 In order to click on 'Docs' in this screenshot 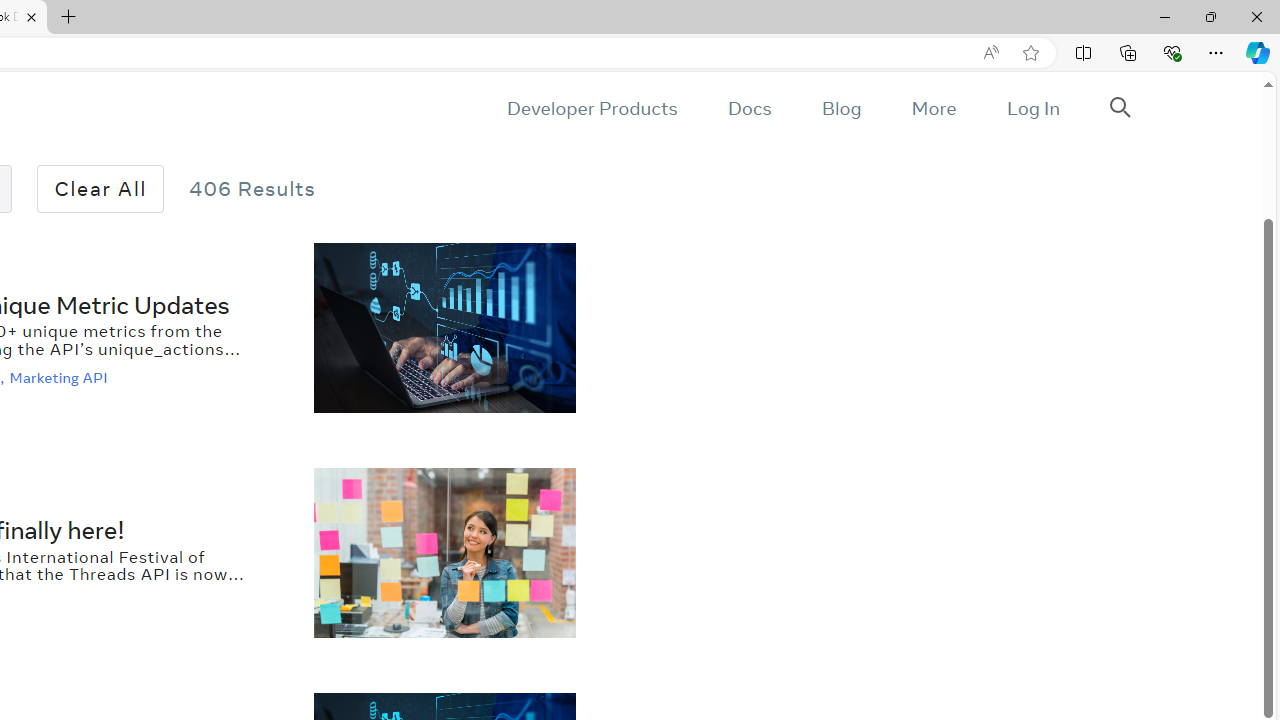, I will do `click(748, 108)`.